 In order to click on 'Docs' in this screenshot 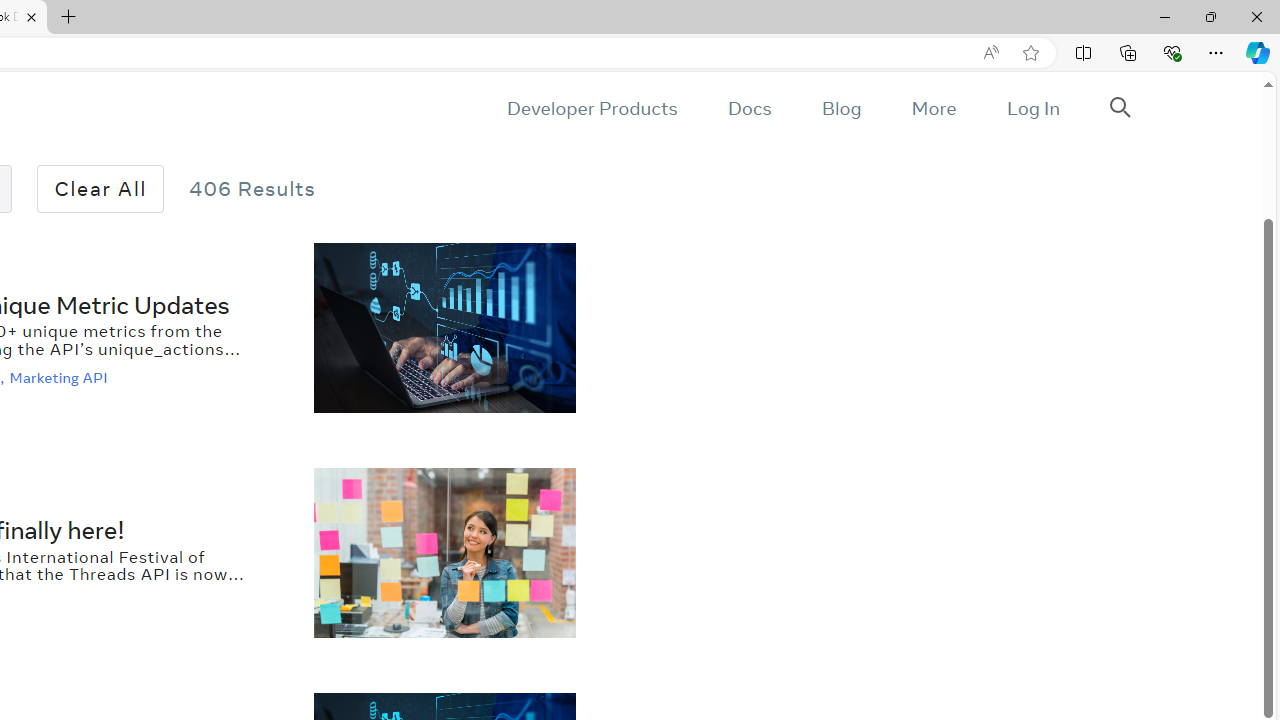, I will do `click(748, 108)`.